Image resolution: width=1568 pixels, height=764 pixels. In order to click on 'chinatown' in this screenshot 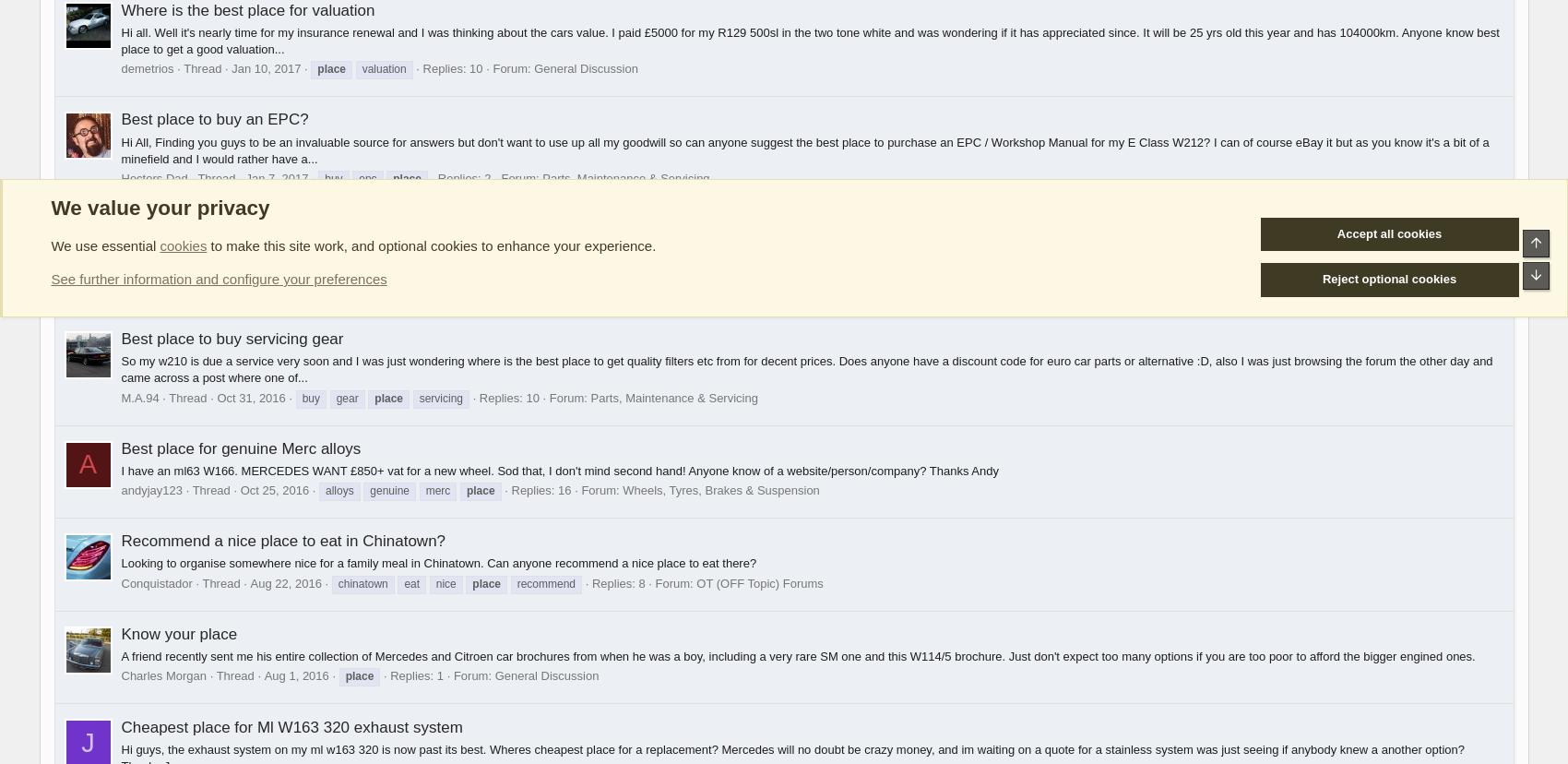, I will do `click(362, 583)`.